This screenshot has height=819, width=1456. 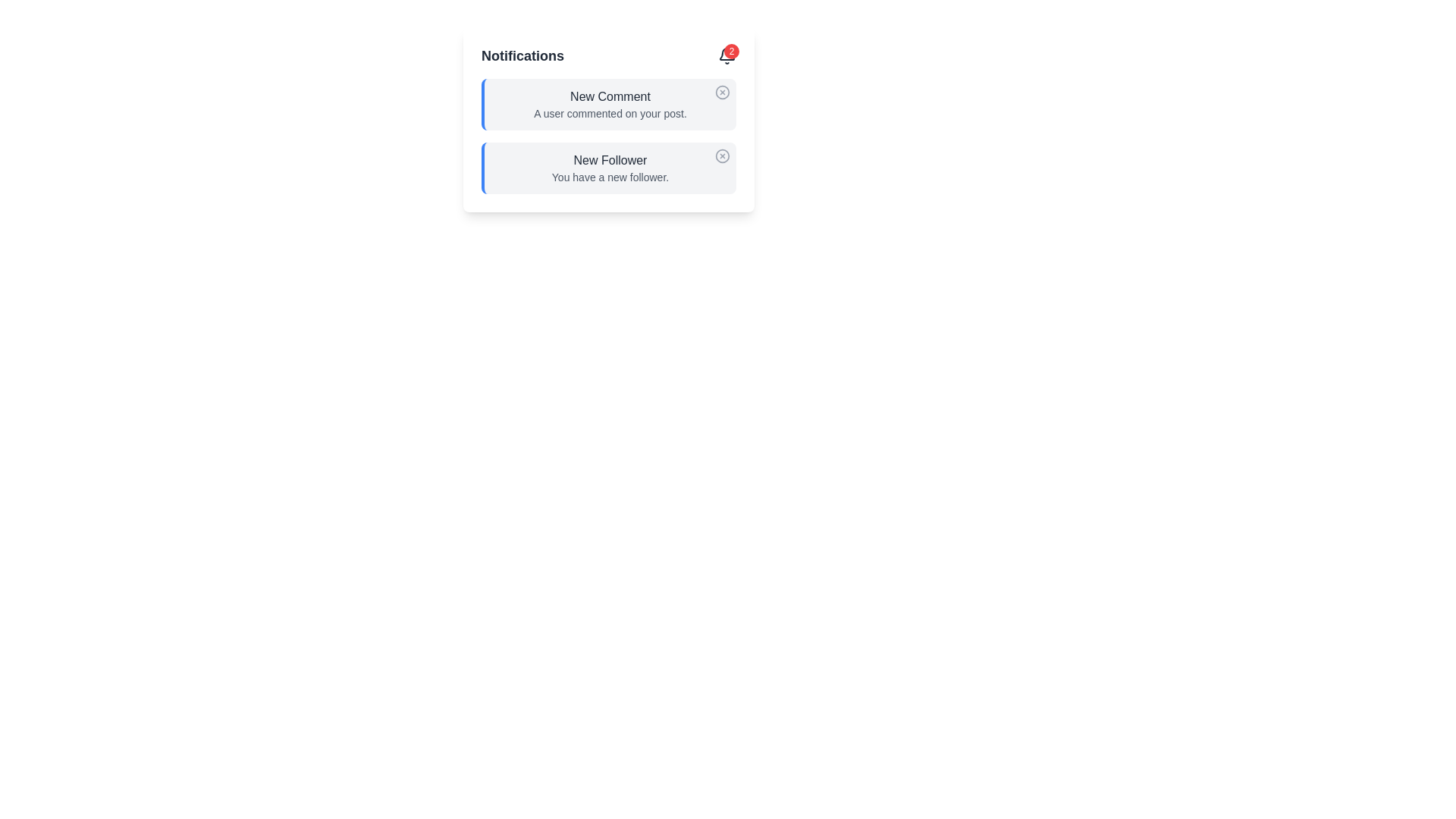 What do you see at coordinates (608, 104) in the screenshot?
I see `the Notification card that informs the user about a new comment on their post, which is the first item in the notifications list` at bounding box center [608, 104].